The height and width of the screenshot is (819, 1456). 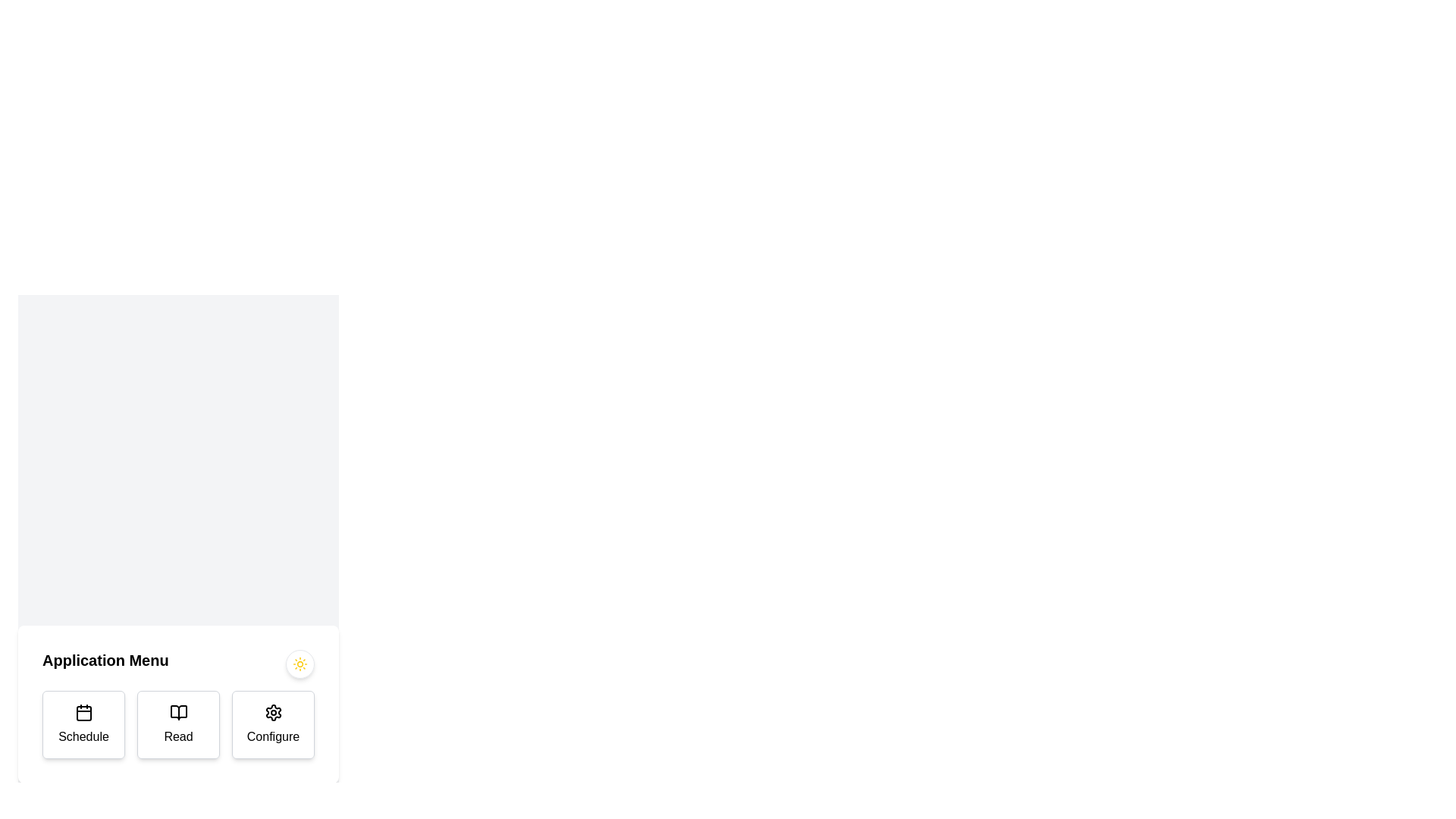 I want to click on the button located between the 'Schedule' button on the left and 'Configure' button on the right, so click(x=178, y=724).